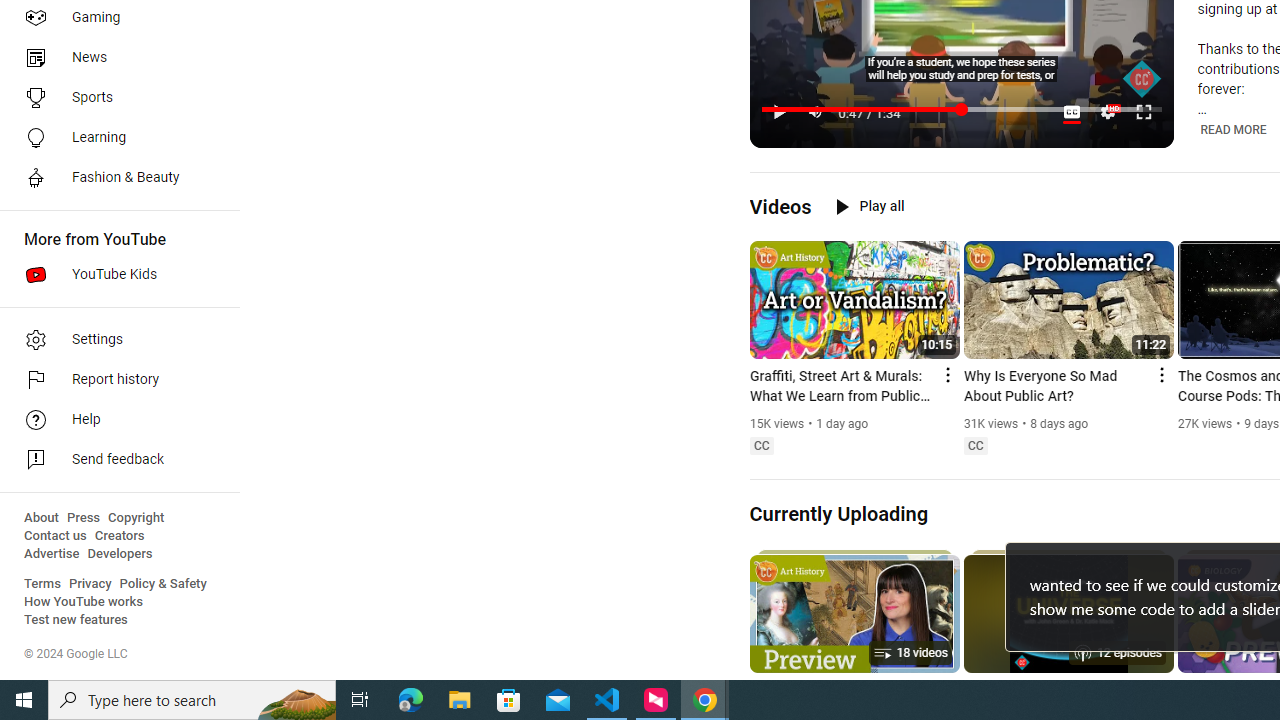 The width and height of the screenshot is (1280, 720). I want to click on 'Closed captions', so click(975, 445).